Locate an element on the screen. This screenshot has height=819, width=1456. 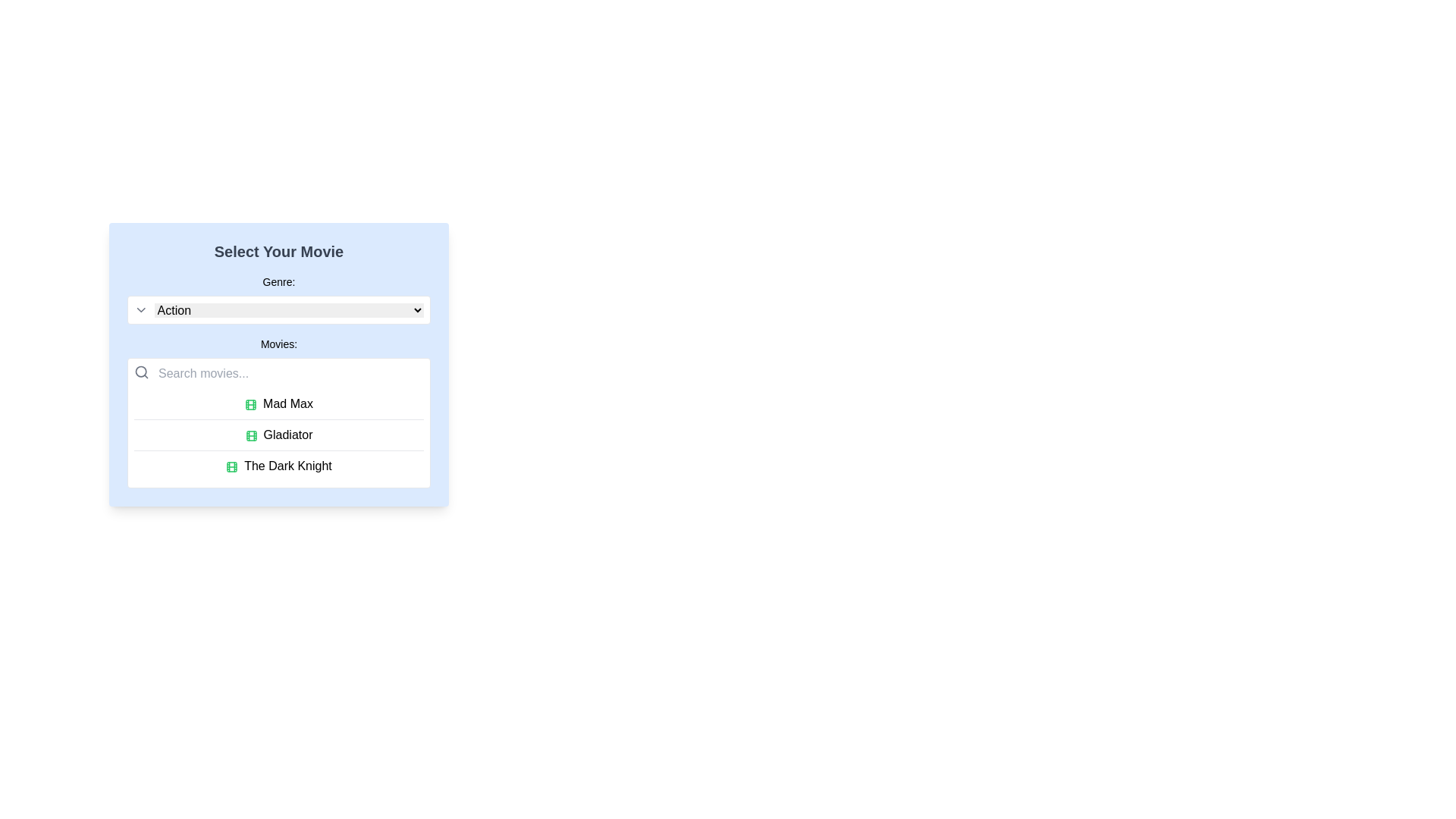
the label indicating the section for movies, which is positioned directly below the genre dropdown and above the search field is located at coordinates (279, 344).